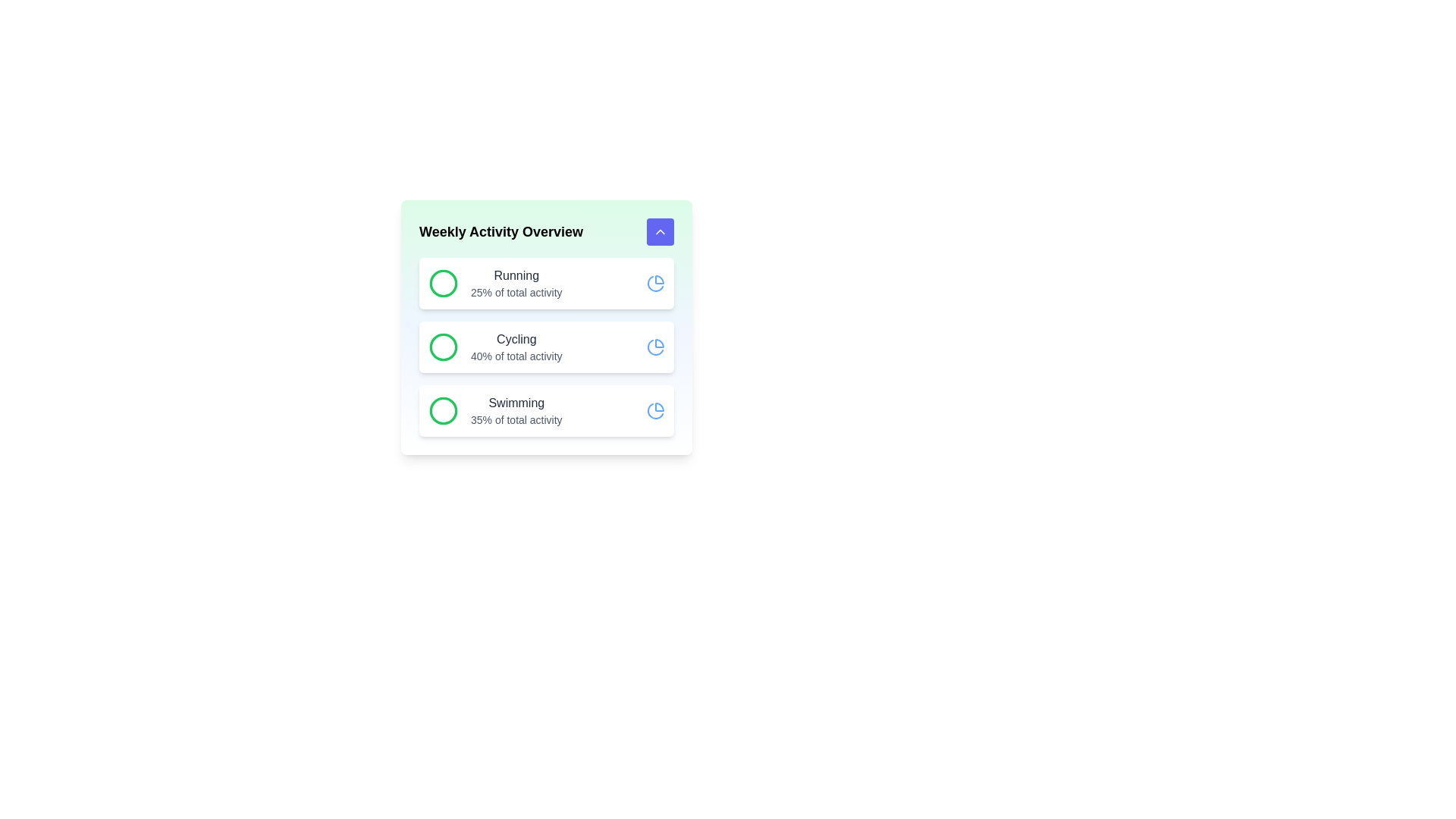 The width and height of the screenshot is (1456, 819). I want to click on the content of the first informational card in the 'Weekly Activity Overview' section, which displays 'Running' and '25% of total activity', so click(546, 284).